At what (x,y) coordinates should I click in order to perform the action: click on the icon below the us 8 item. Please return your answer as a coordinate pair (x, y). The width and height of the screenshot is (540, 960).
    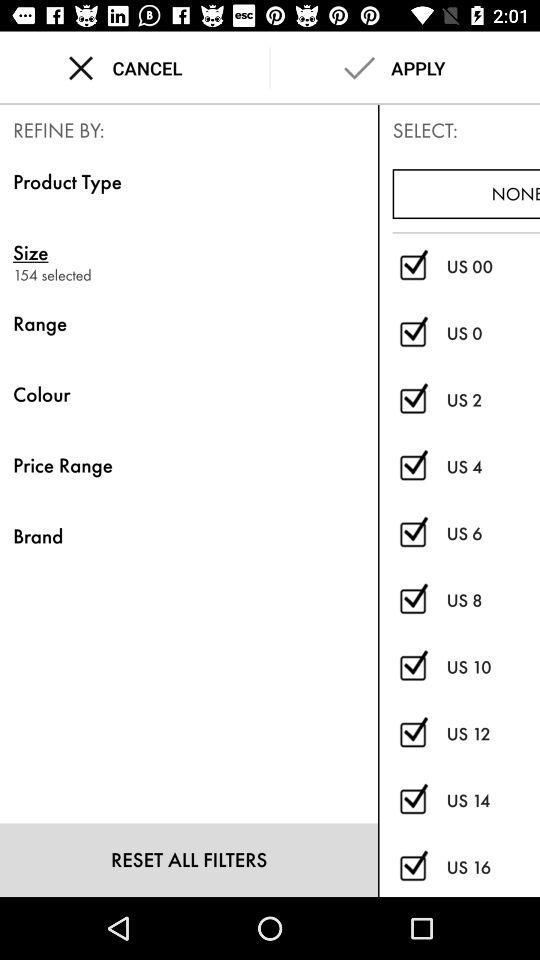
    Looking at the image, I should click on (492, 667).